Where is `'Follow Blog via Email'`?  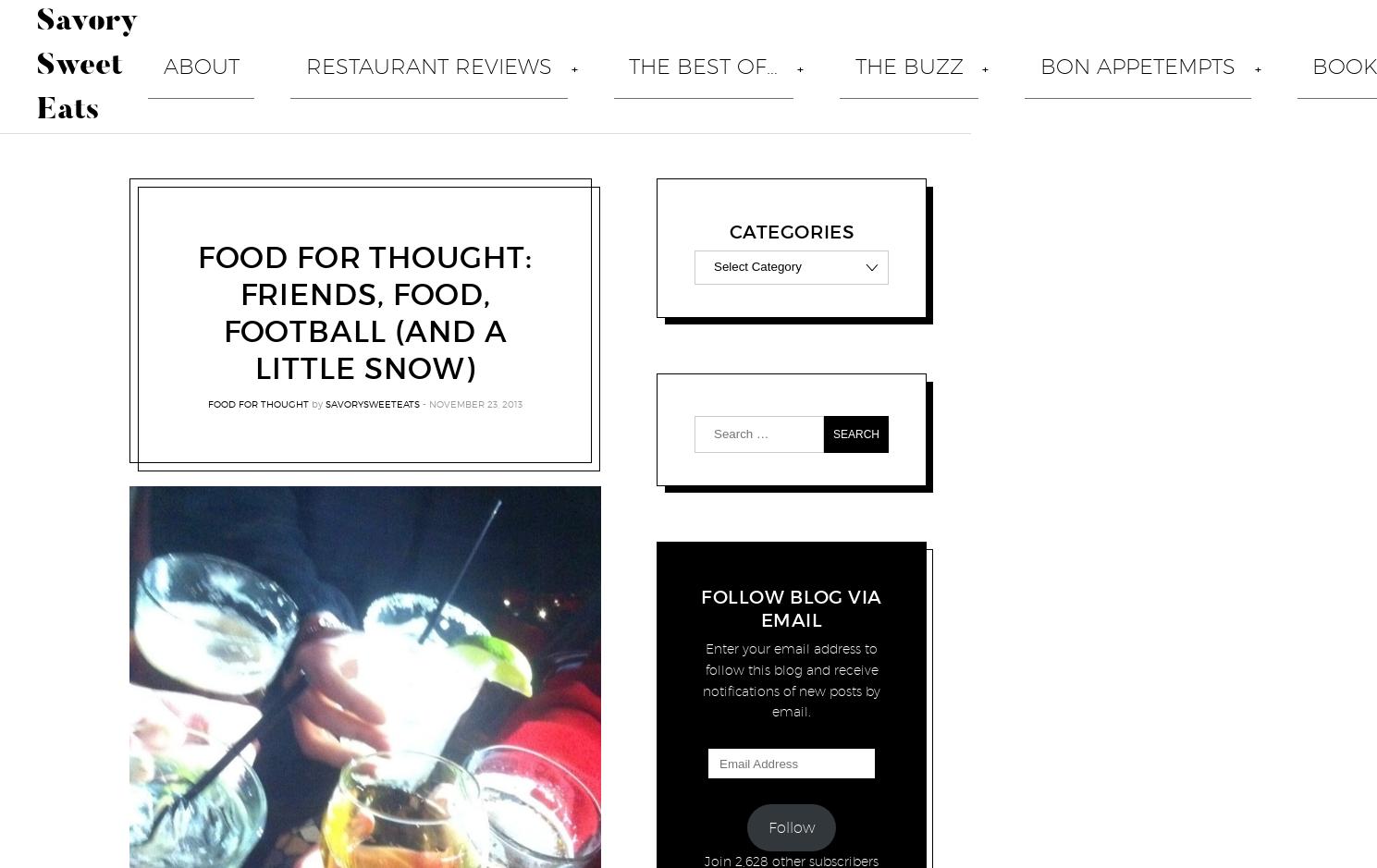
'Follow Blog via Email' is located at coordinates (701, 608).